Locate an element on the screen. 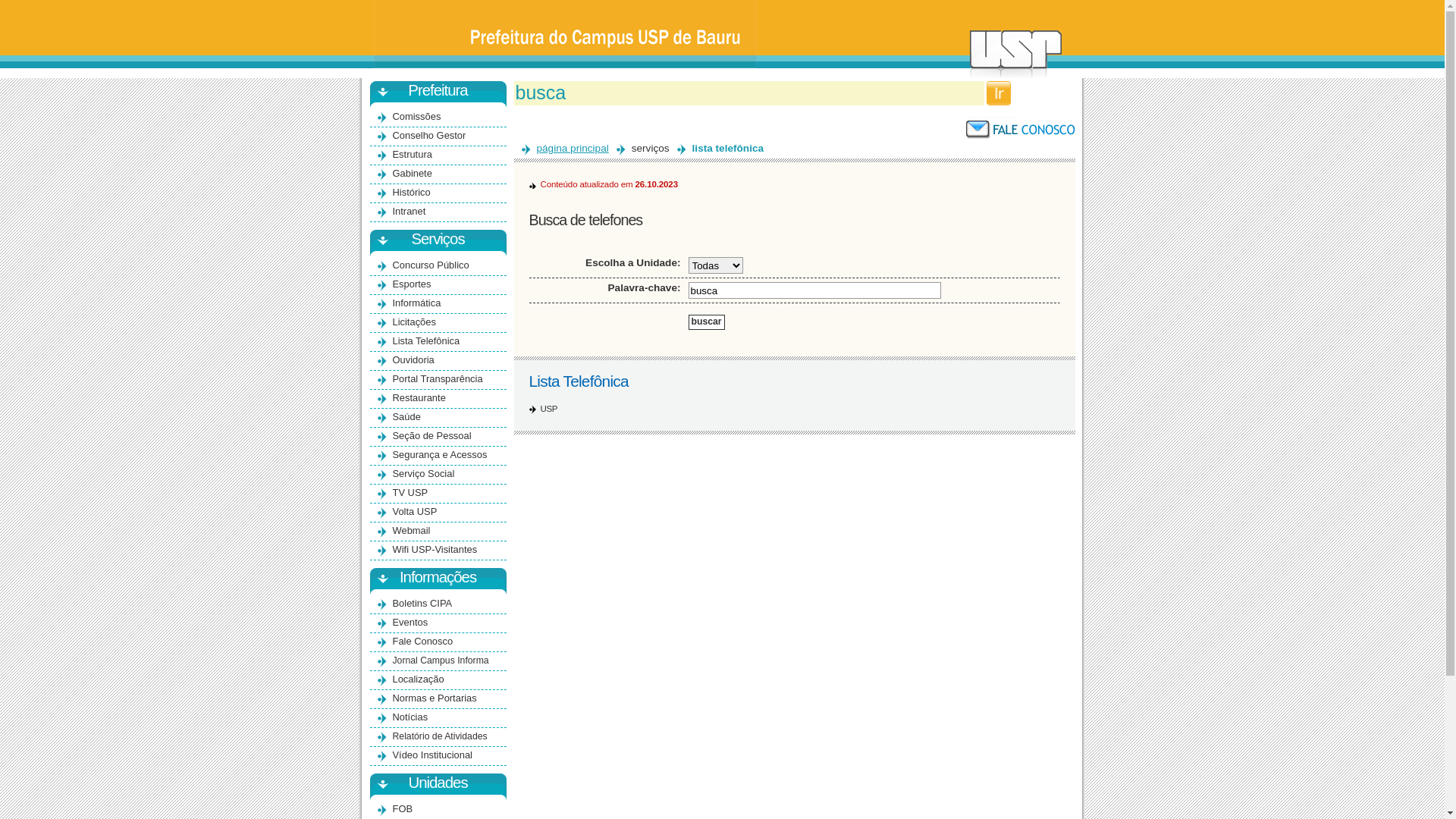 Image resolution: width=1456 pixels, height=819 pixels. 'USP' is located at coordinates (548, 408).